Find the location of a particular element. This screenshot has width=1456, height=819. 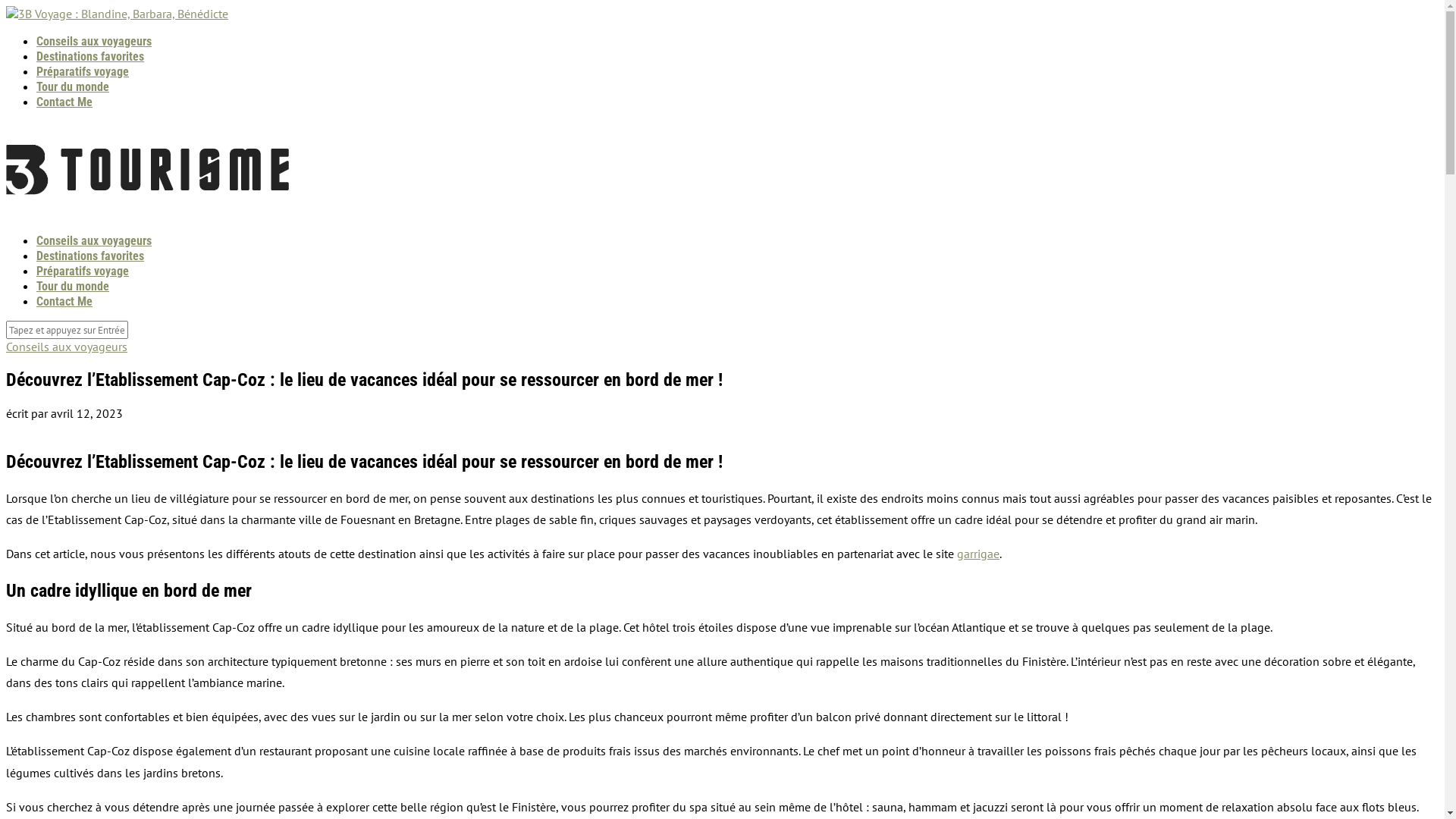

'dcea4bdffb63d6ab8ff4d0feb844ed71' is located at coordinates (8, 431).